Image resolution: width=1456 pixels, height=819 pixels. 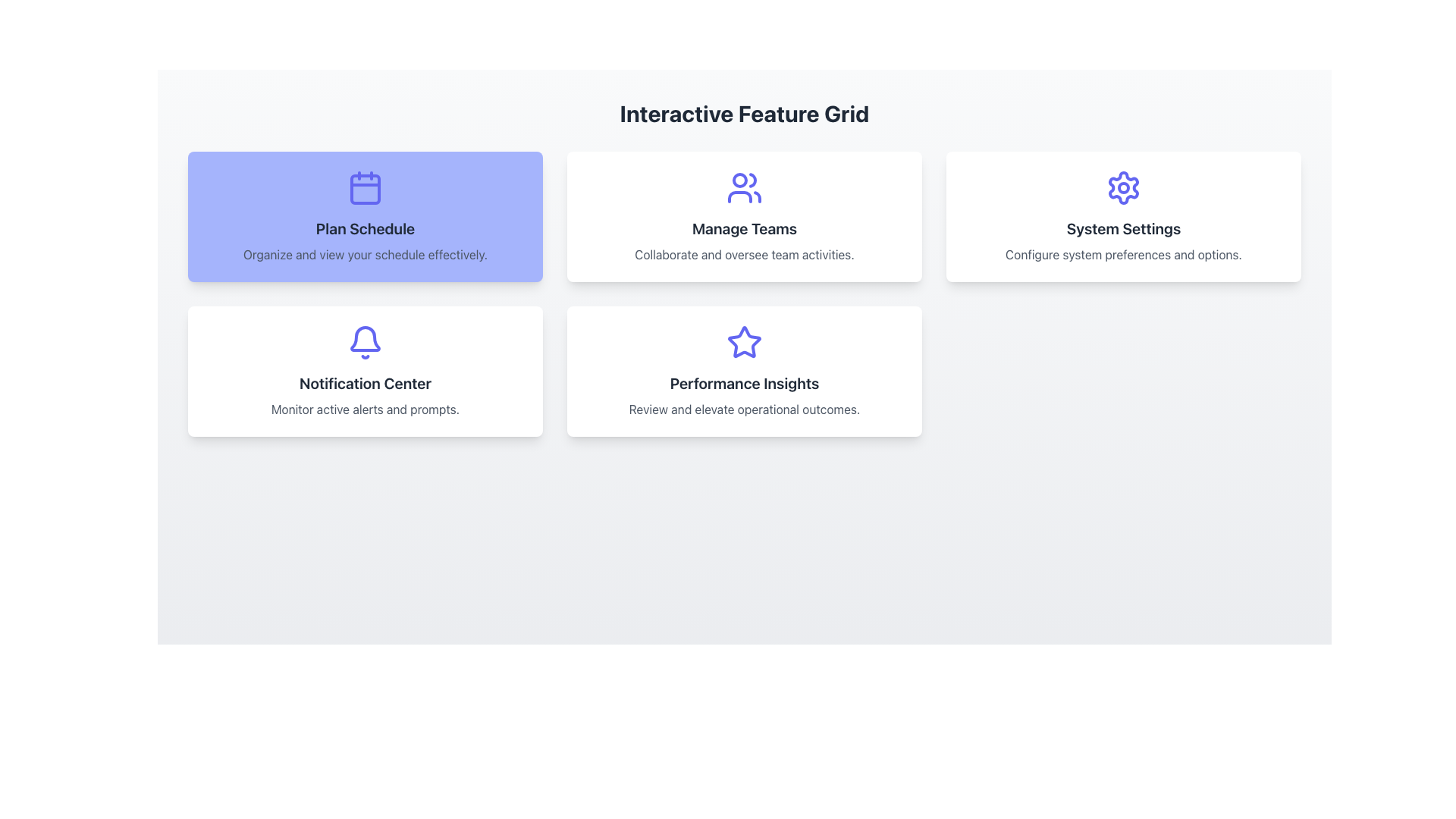 I want to click on the notification bell icon located in the Notification Center card, which indicates alerts or updates, so click(x=365, y=342).